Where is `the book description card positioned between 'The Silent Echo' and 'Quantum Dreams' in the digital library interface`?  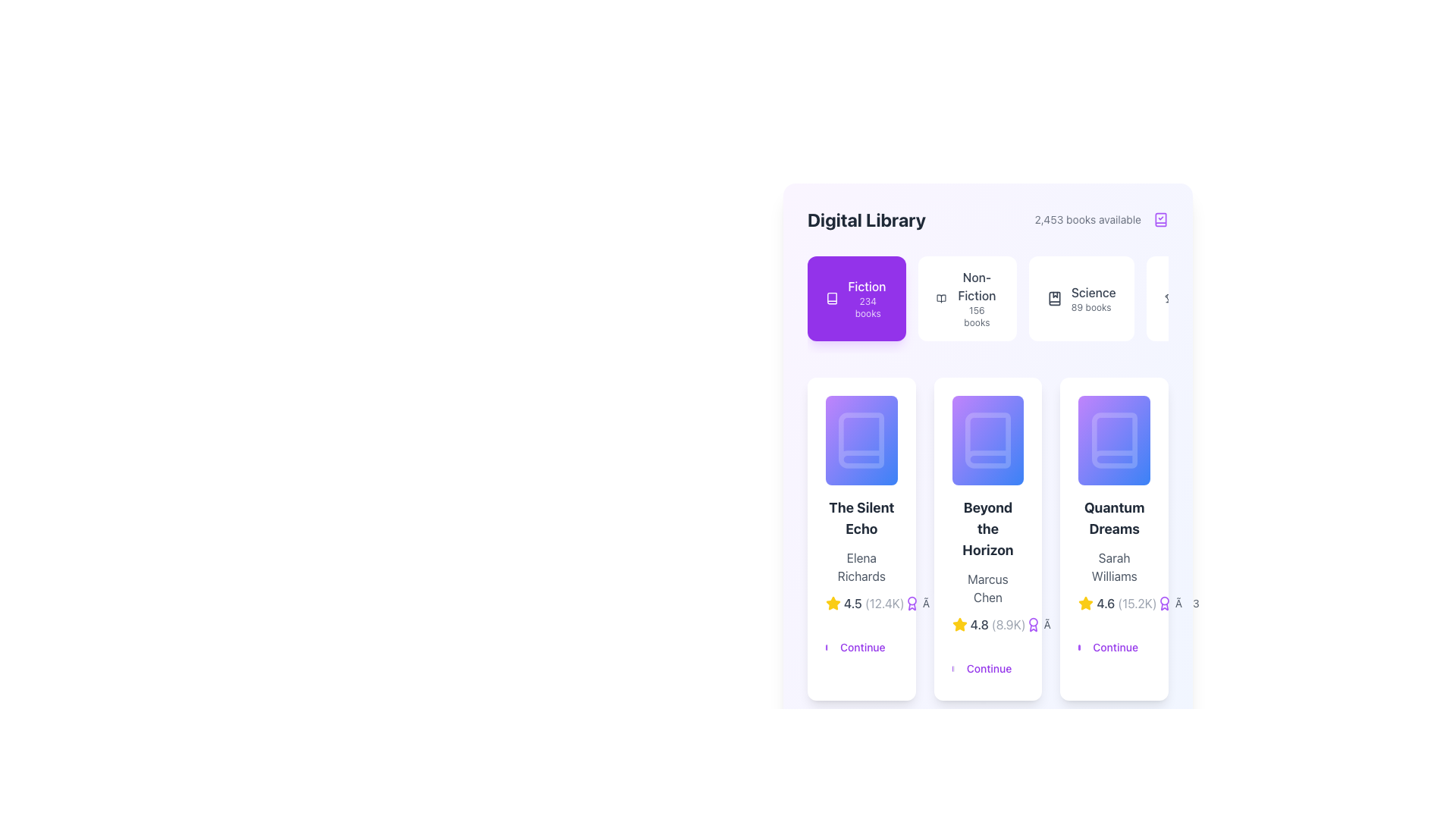
the book description card positioned between 'The Silent Echo' and 'Quantum Dreams' in the digital library interface is located at coordinates (987, 589).